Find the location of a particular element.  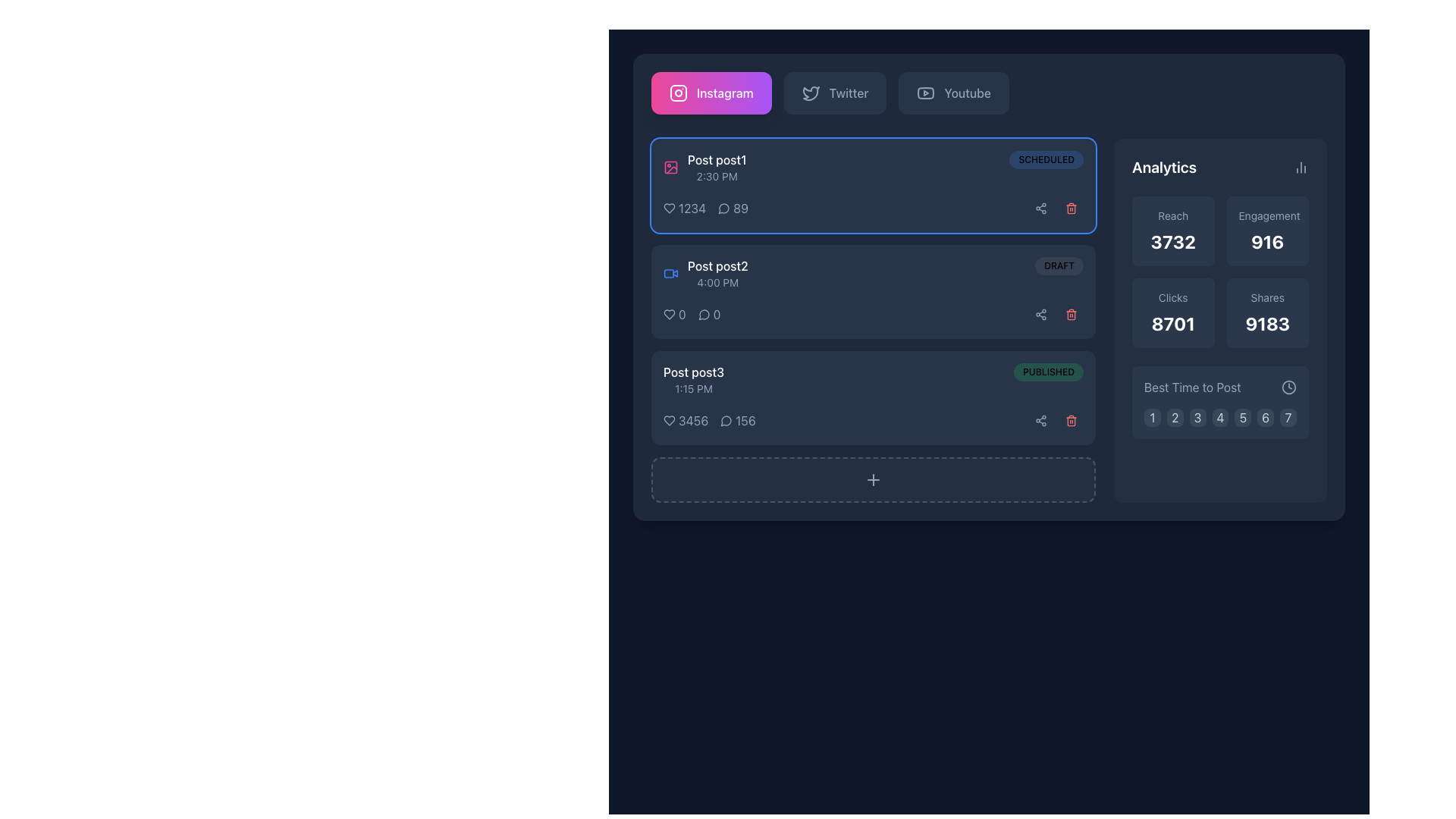

the comments icon located near 'Post post1' under the Instagram tab, which is positioned to the right of the heart icon and left of the numerical count is located at coordinates (723, 209).